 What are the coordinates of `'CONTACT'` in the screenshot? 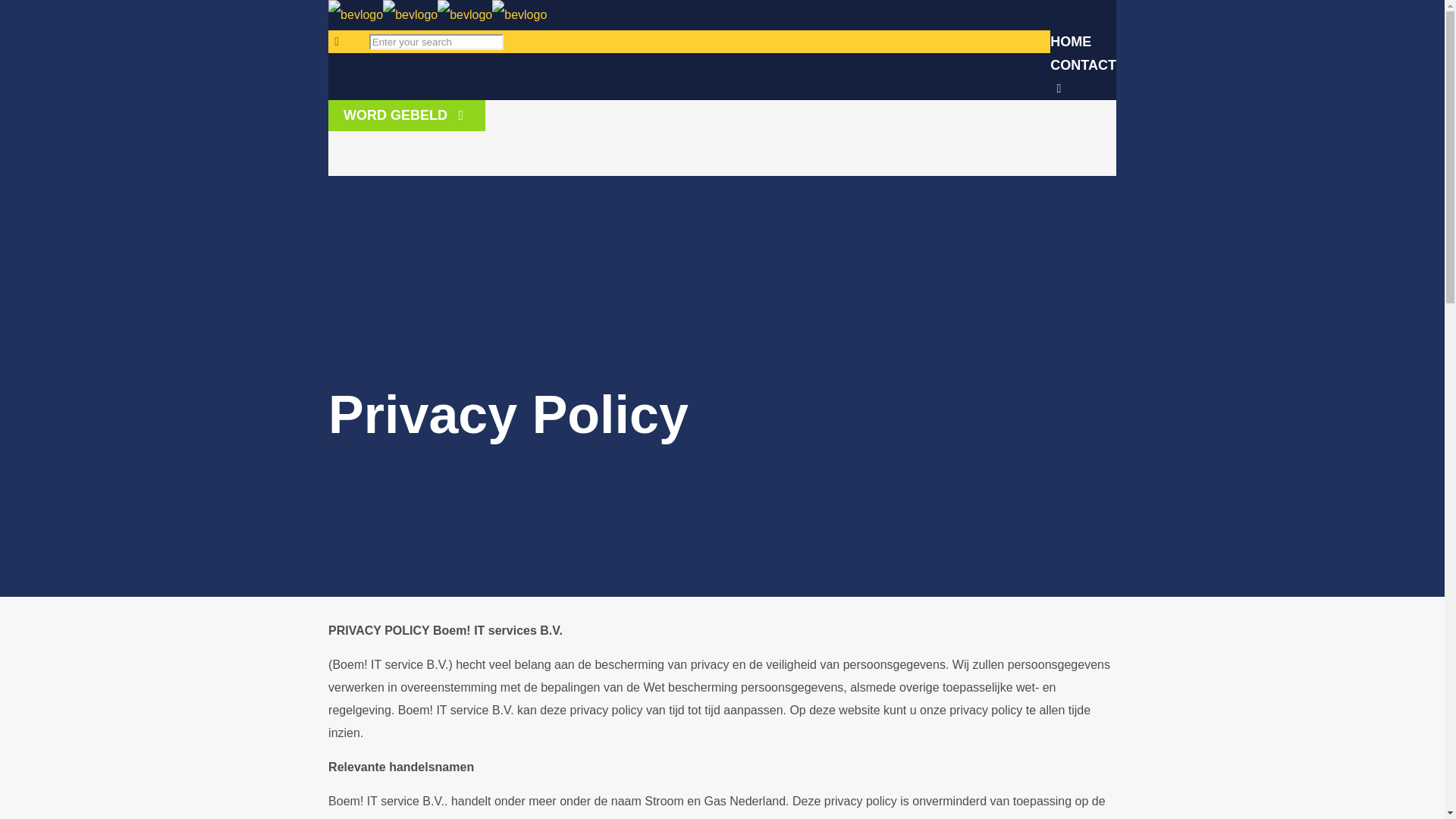 It's located at (1050, 64).